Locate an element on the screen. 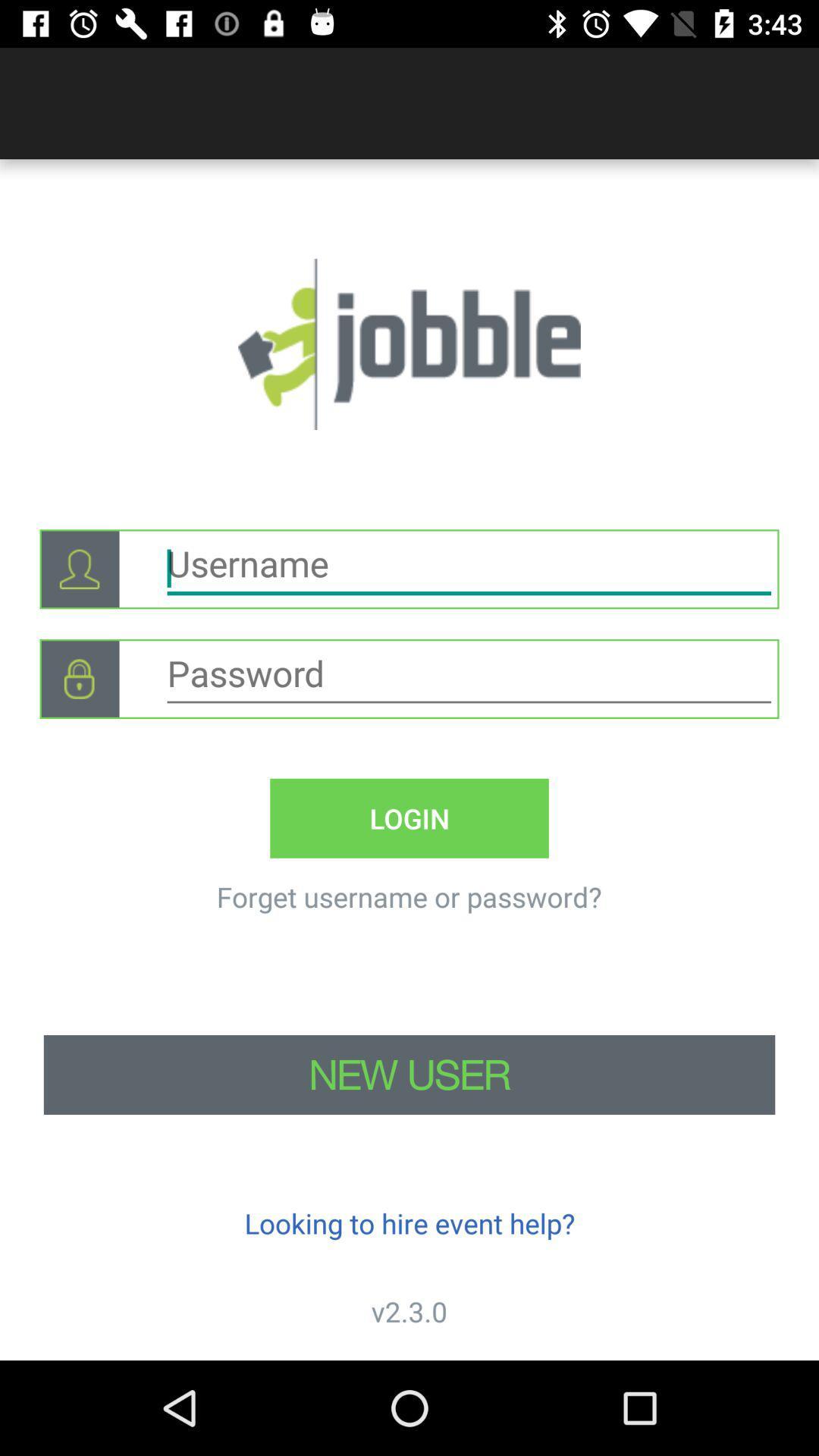 This screenshot has width=819, height=1456. the icon above new user icon is located at coordinates (408, 896).